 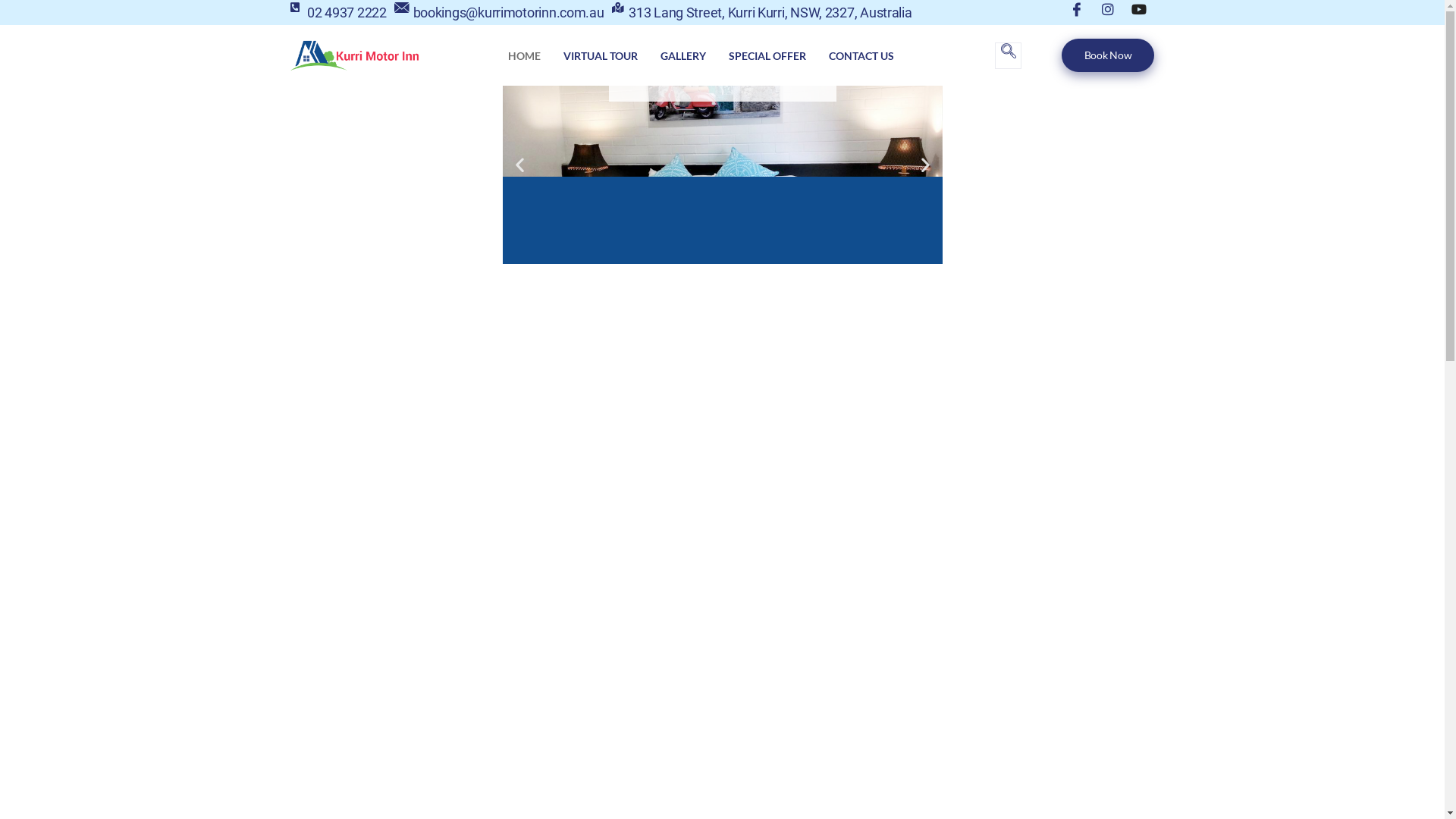 I want to click on 'SPECIAL OFFER', so click(x=767, y=55).